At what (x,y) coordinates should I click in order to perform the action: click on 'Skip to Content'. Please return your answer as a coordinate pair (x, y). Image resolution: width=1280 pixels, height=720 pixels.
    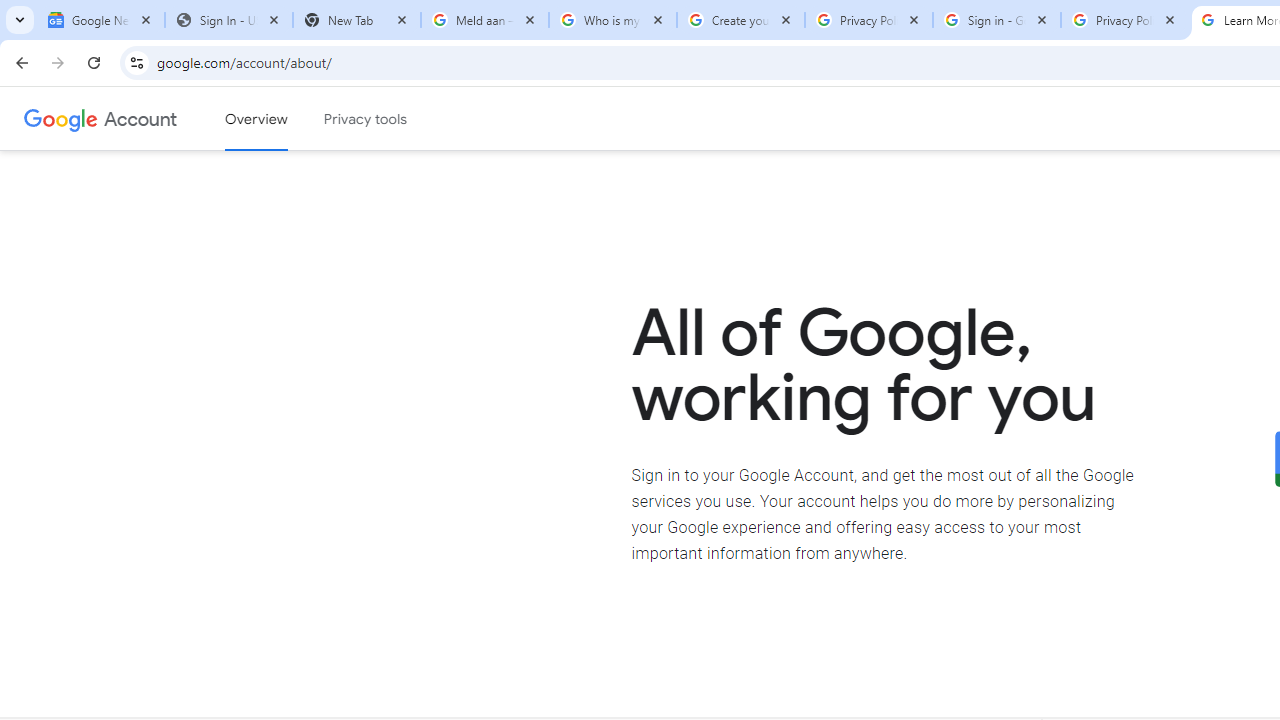
    Looking at the image, I should click on (284, 116).